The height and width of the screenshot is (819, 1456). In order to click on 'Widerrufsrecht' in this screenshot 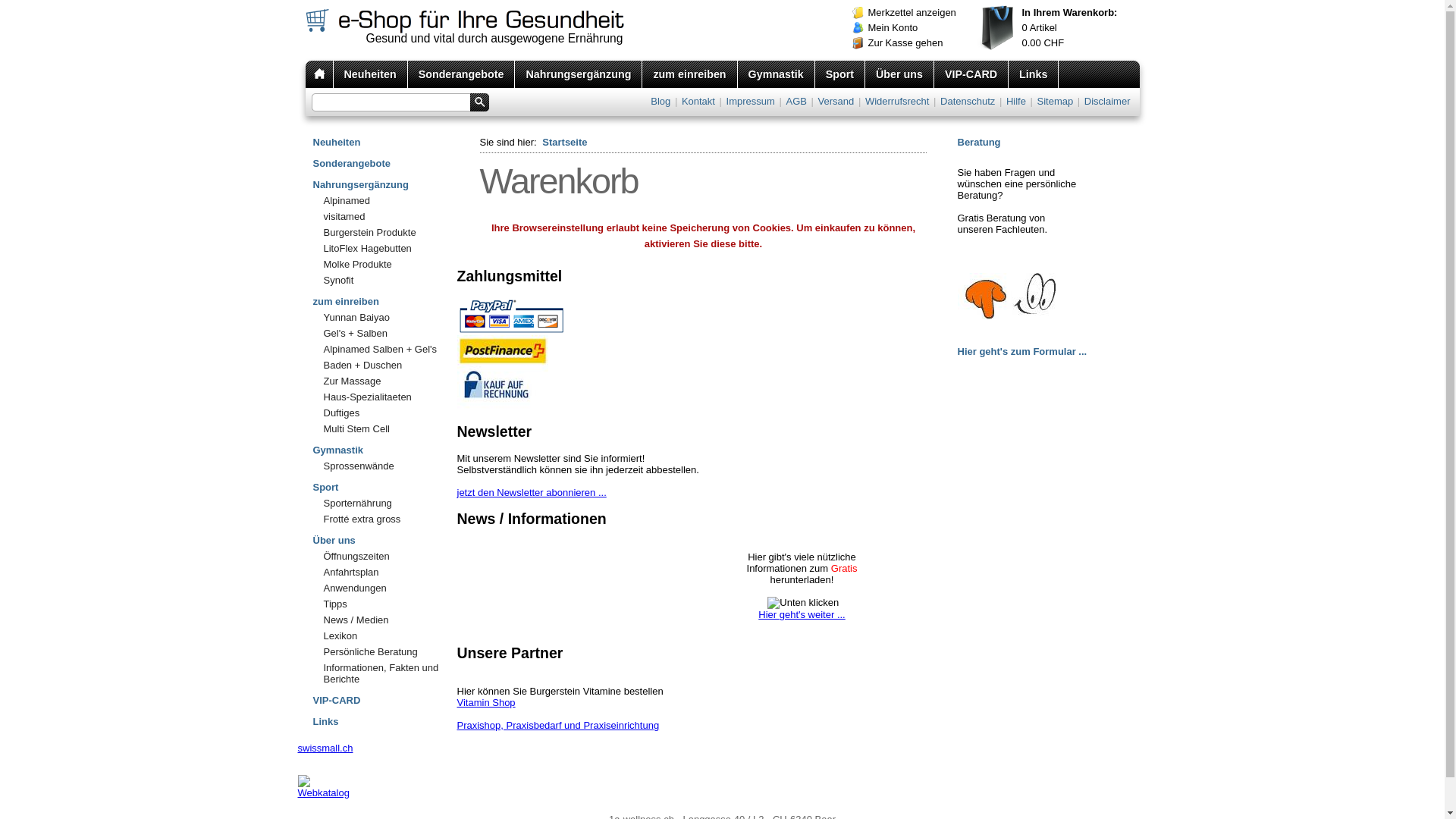, I will do `click(897, 101)`.